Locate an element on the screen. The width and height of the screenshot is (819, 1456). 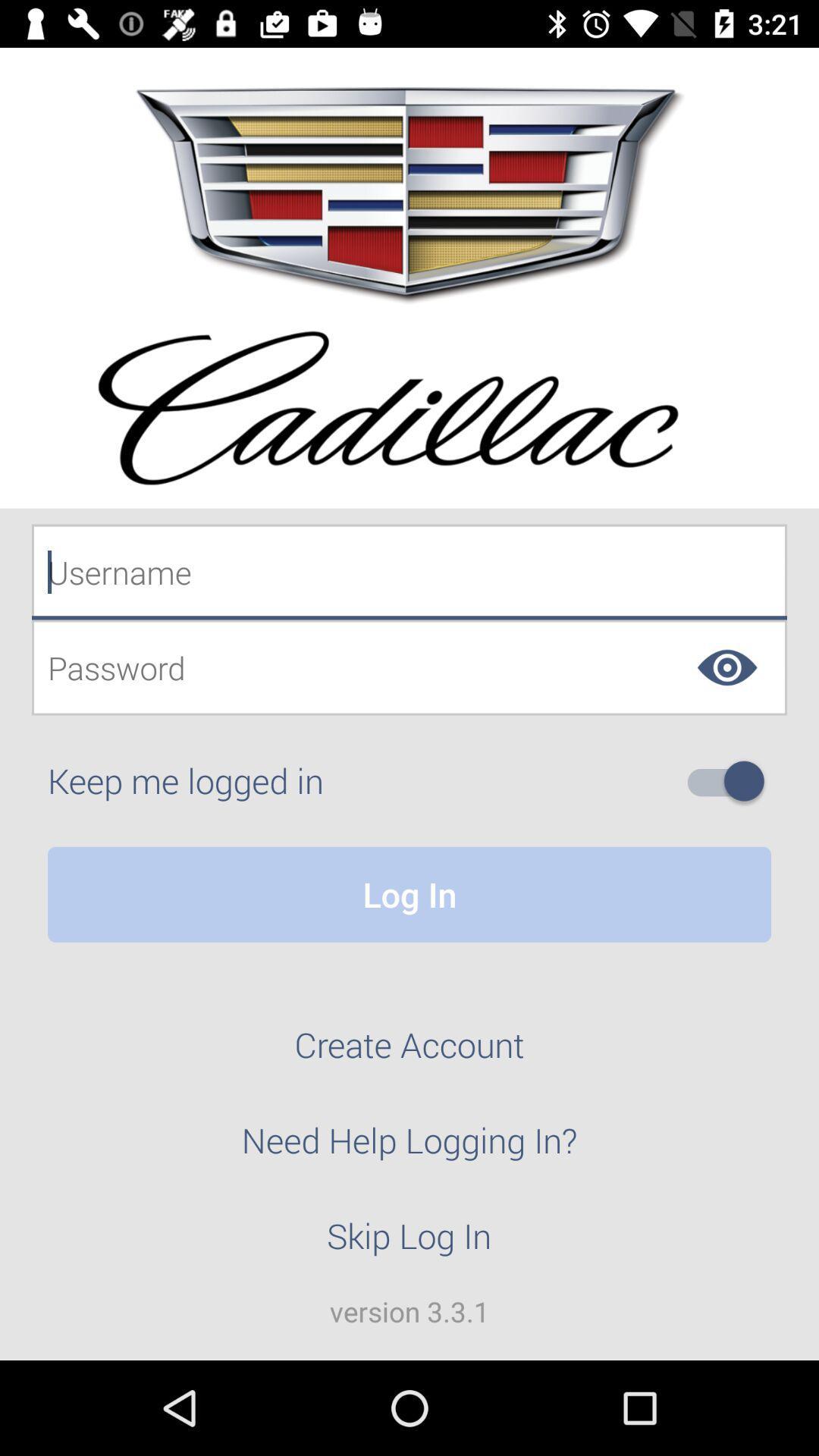
icon next to the keep me logged item is located at coordinates (731, 781).